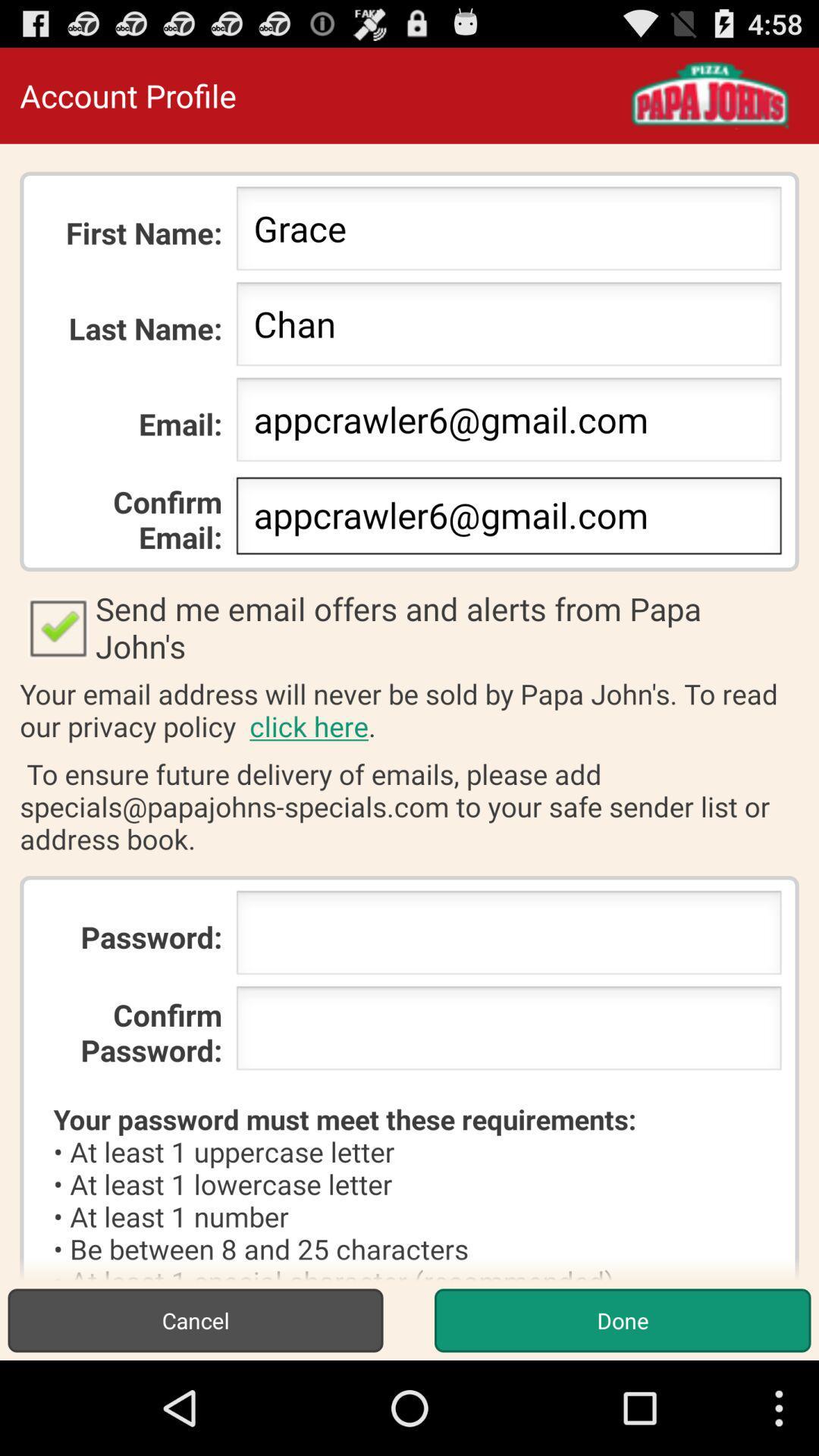  What do you see at coordinates (509, 232) in the screenshot?
I see `the grace` at bounding box center [509, 232].